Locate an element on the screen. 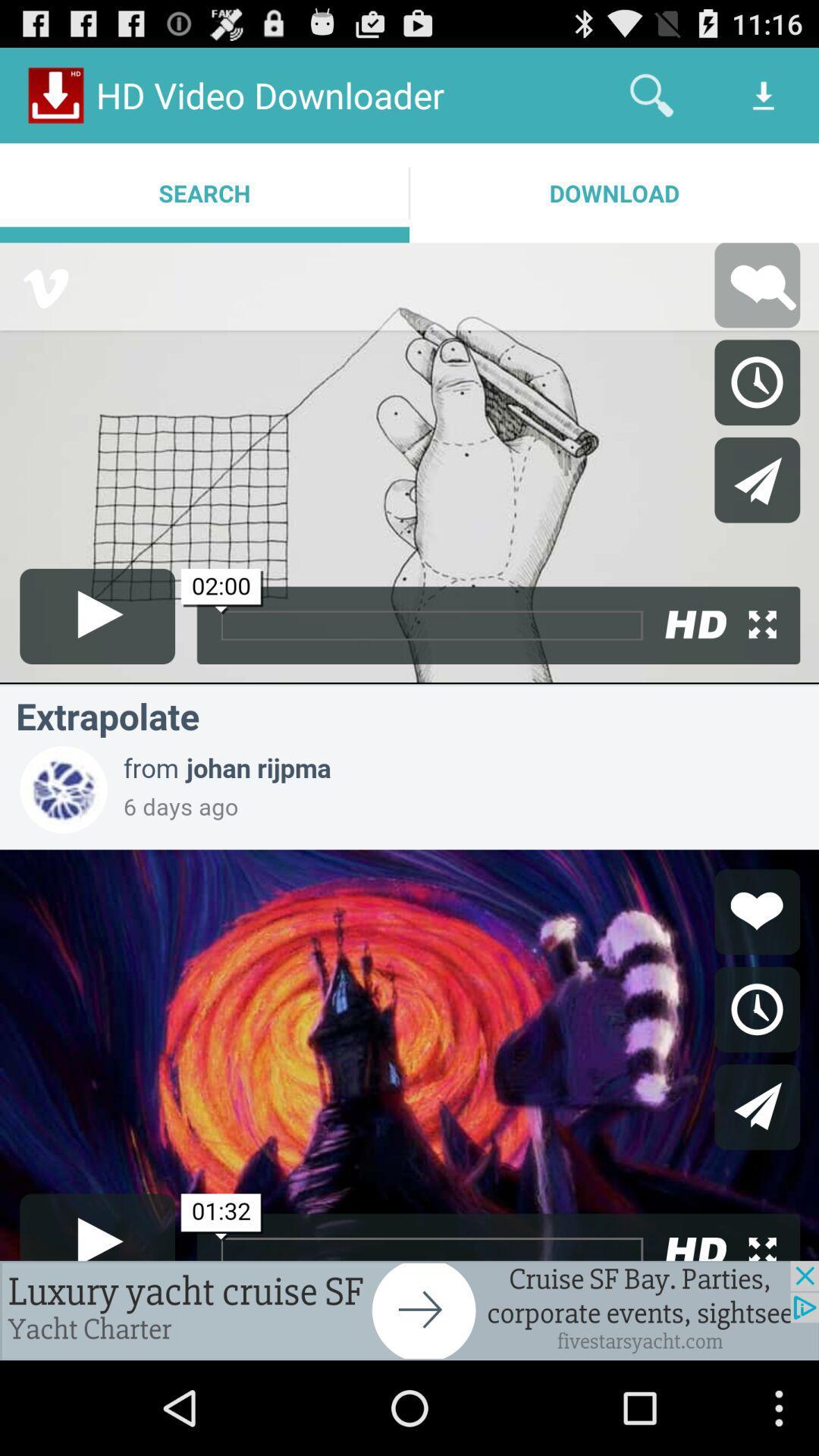 The width and height of the screenshot is (819, 1456). item above the download app is located at coordinates (651, 94).